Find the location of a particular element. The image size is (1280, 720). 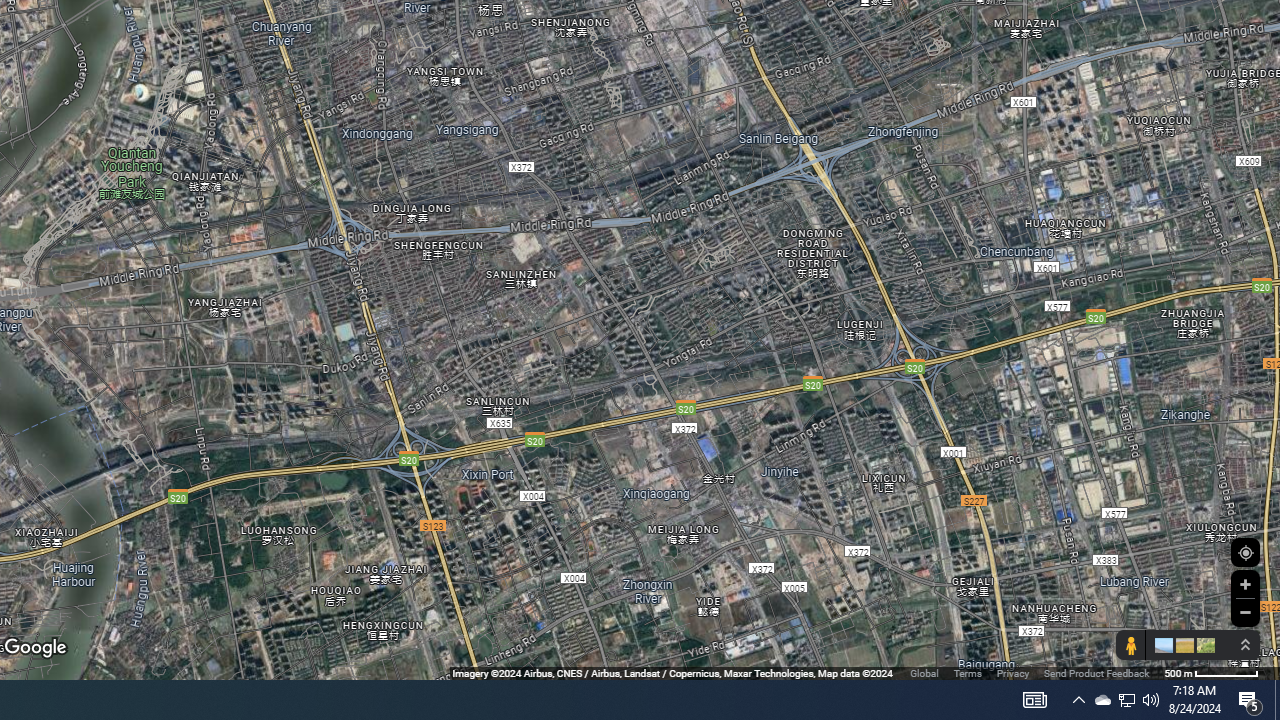

'Send Product Feedback' is located at coordinates (1095, 673).